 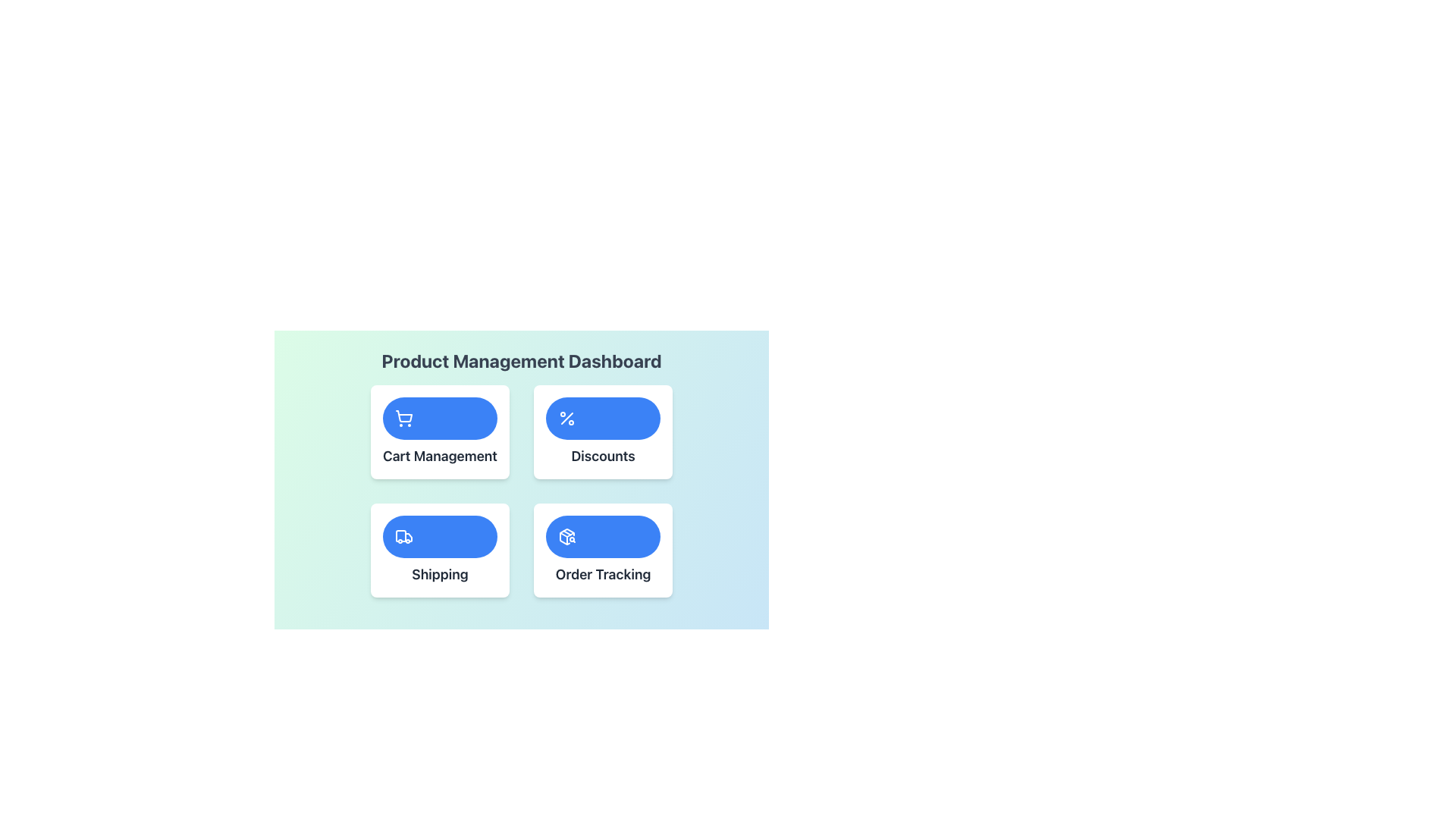 What do you see at coordinates (521, 491) in the screenshot?
I see `the grid layout containing four interactive cards for 'Cart Management,' 'Discounts,' 'Shipping,' and 'Order Tracking'` at bounding box center [521, 491].